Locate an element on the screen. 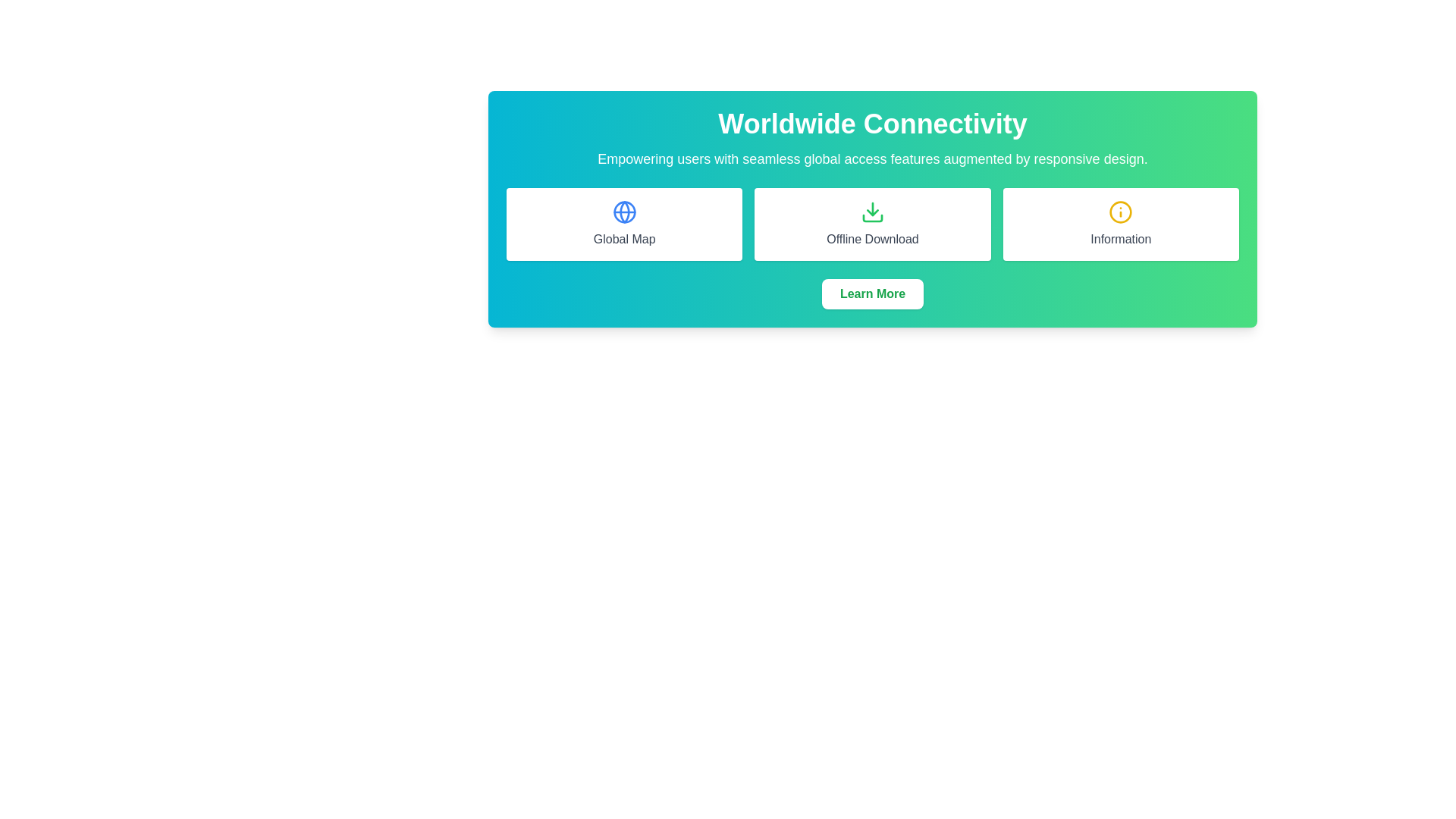 The height and width of the screenshot is (819, 1456). the white button labeled 'Learn More' to trigger the background color change effect is located at coordinates (873, 294).